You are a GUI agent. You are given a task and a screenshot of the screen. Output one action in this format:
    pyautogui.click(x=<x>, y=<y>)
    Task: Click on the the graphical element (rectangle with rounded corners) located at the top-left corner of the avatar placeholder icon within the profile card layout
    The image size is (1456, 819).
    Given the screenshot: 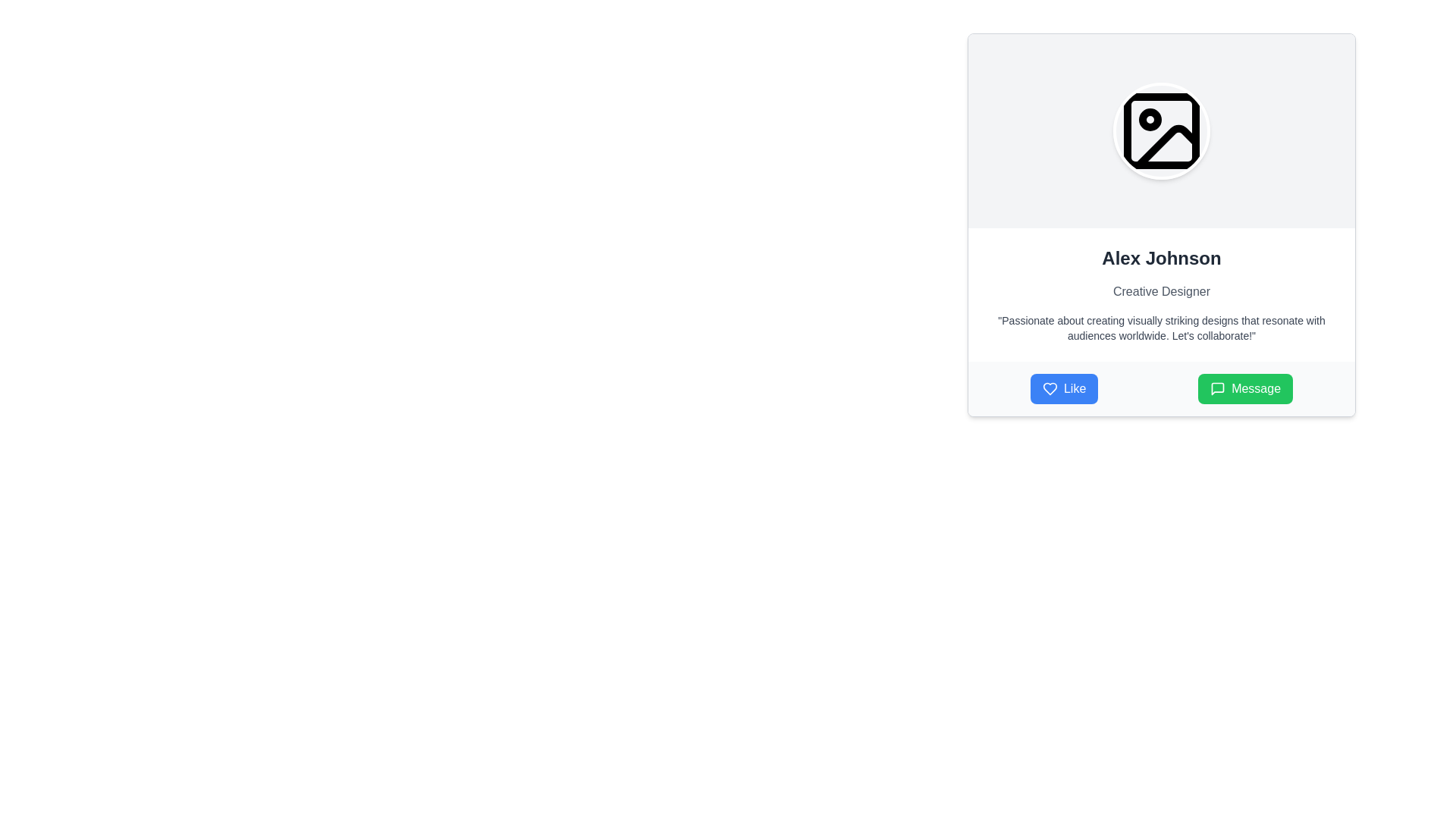 What is the action you would take?
    pyautogui.click(x=1160, y=130)
    